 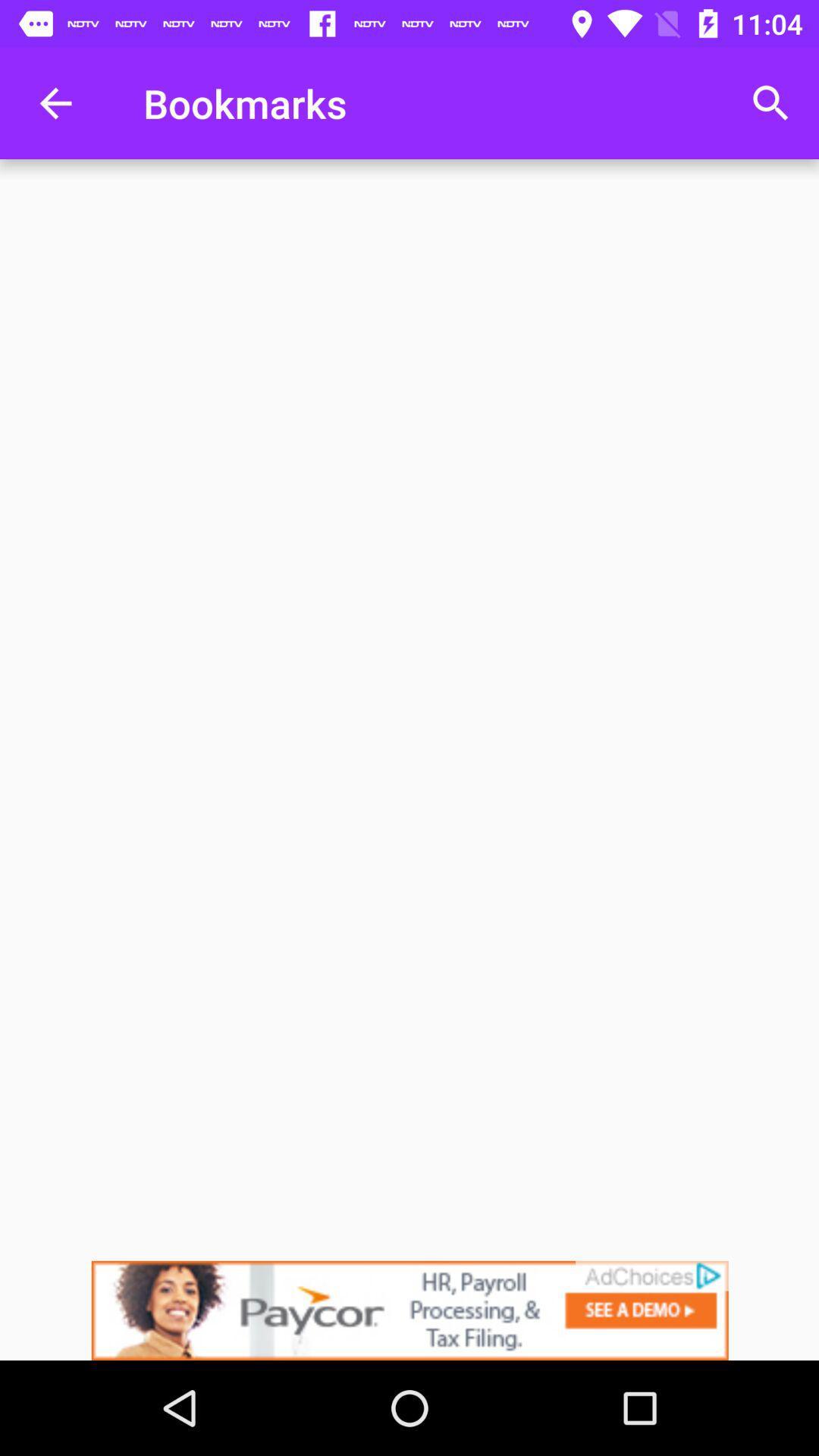 What do you see at coordinates (409, 1310) in the screenshot?
I see `click advertisement` at bounding box center [409, 1310].